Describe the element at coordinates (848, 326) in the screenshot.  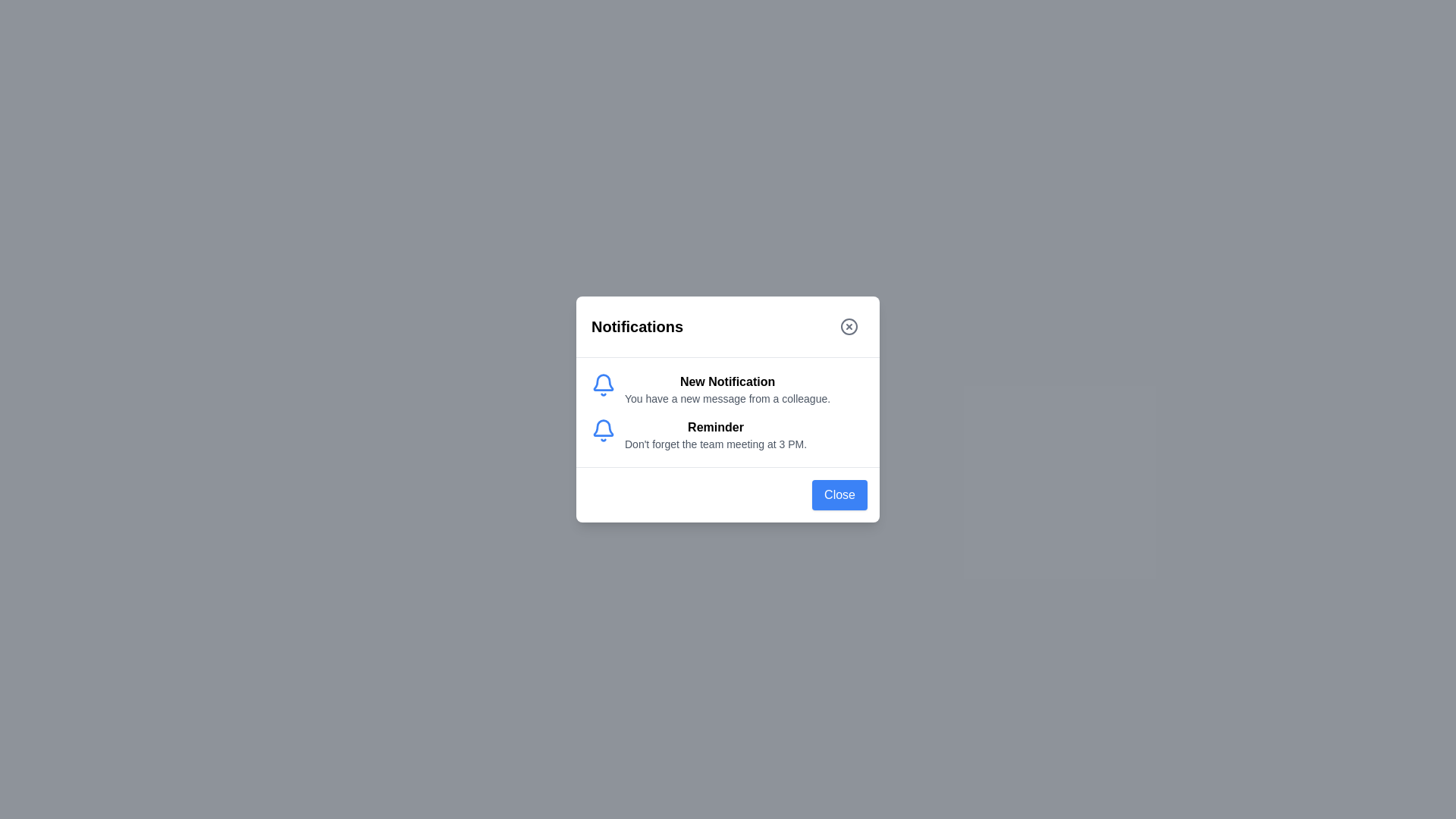
I see `the circular close button with a cross inside, located in the top-right corner of the 'Notifications' modal header` at that location.